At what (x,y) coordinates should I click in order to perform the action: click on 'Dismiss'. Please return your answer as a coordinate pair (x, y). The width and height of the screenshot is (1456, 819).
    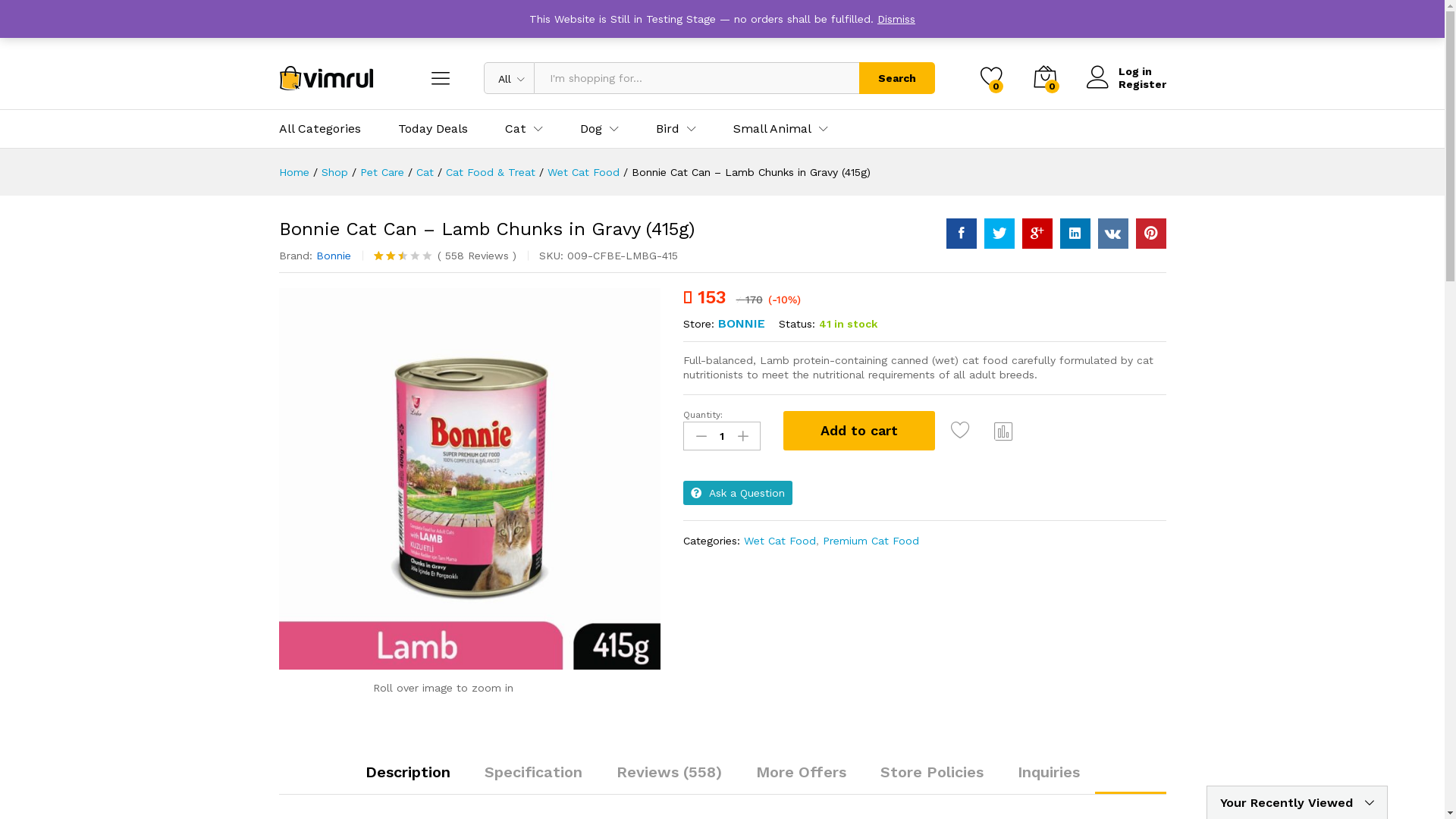
    Looking at the image, I should click on (896, 18).